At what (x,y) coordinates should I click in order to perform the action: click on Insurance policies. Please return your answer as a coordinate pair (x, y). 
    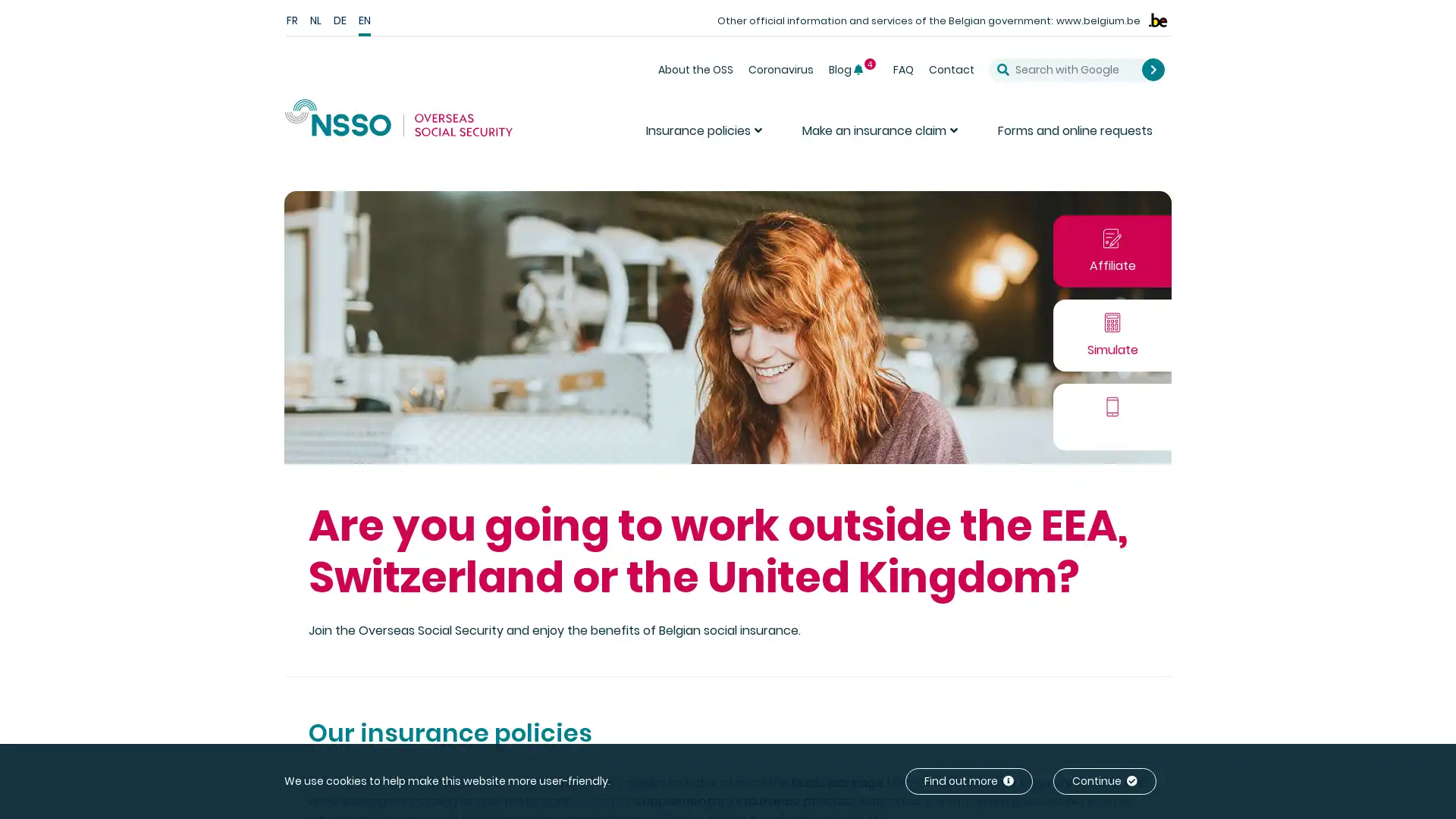
    Looking at the image, I should click on (705, 136).